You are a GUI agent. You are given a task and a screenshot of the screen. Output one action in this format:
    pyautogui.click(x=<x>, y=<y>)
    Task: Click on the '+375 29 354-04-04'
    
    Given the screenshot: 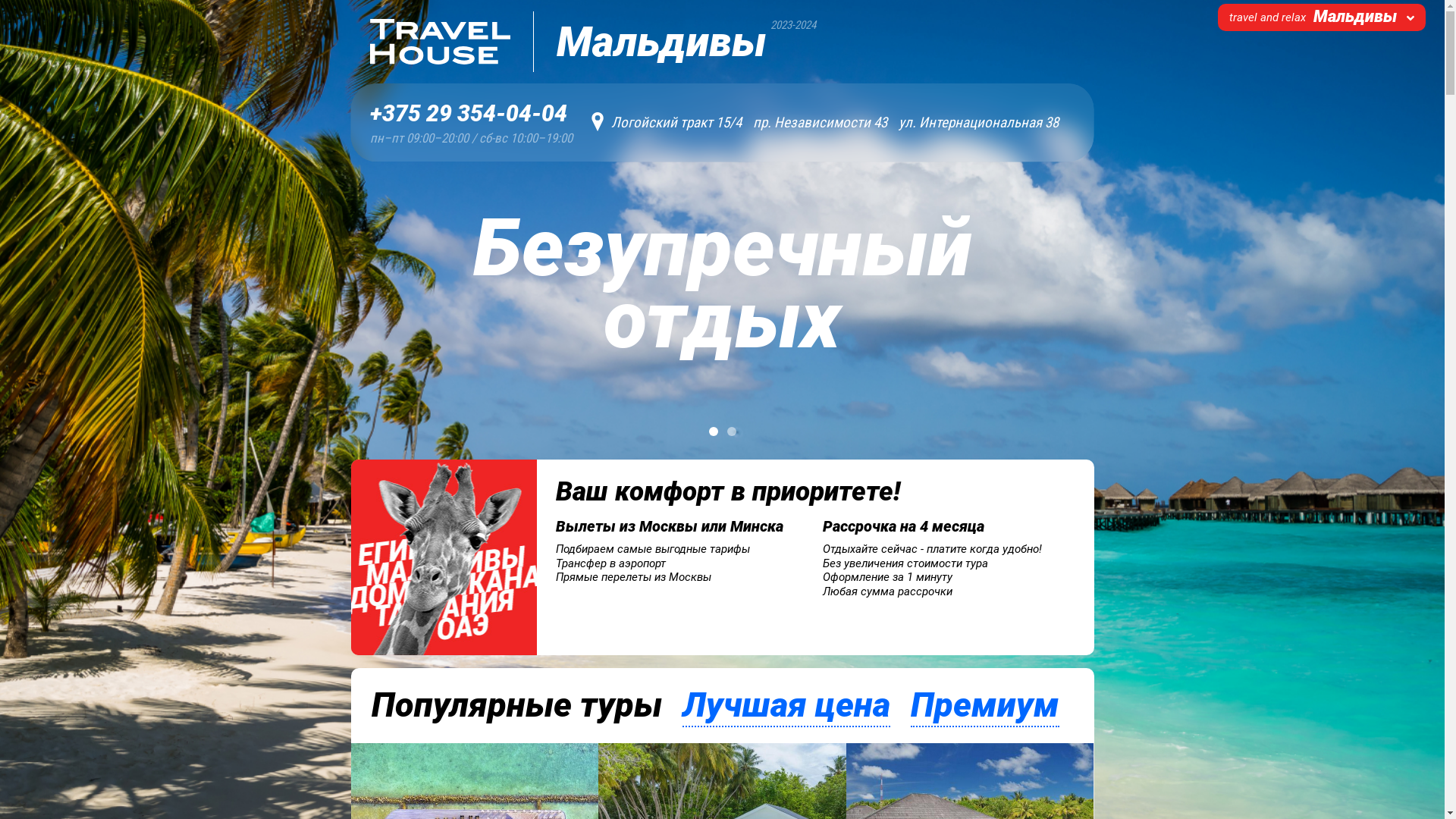 What is the action you would take?
    pyautogui.click(x=470, y=113)
    